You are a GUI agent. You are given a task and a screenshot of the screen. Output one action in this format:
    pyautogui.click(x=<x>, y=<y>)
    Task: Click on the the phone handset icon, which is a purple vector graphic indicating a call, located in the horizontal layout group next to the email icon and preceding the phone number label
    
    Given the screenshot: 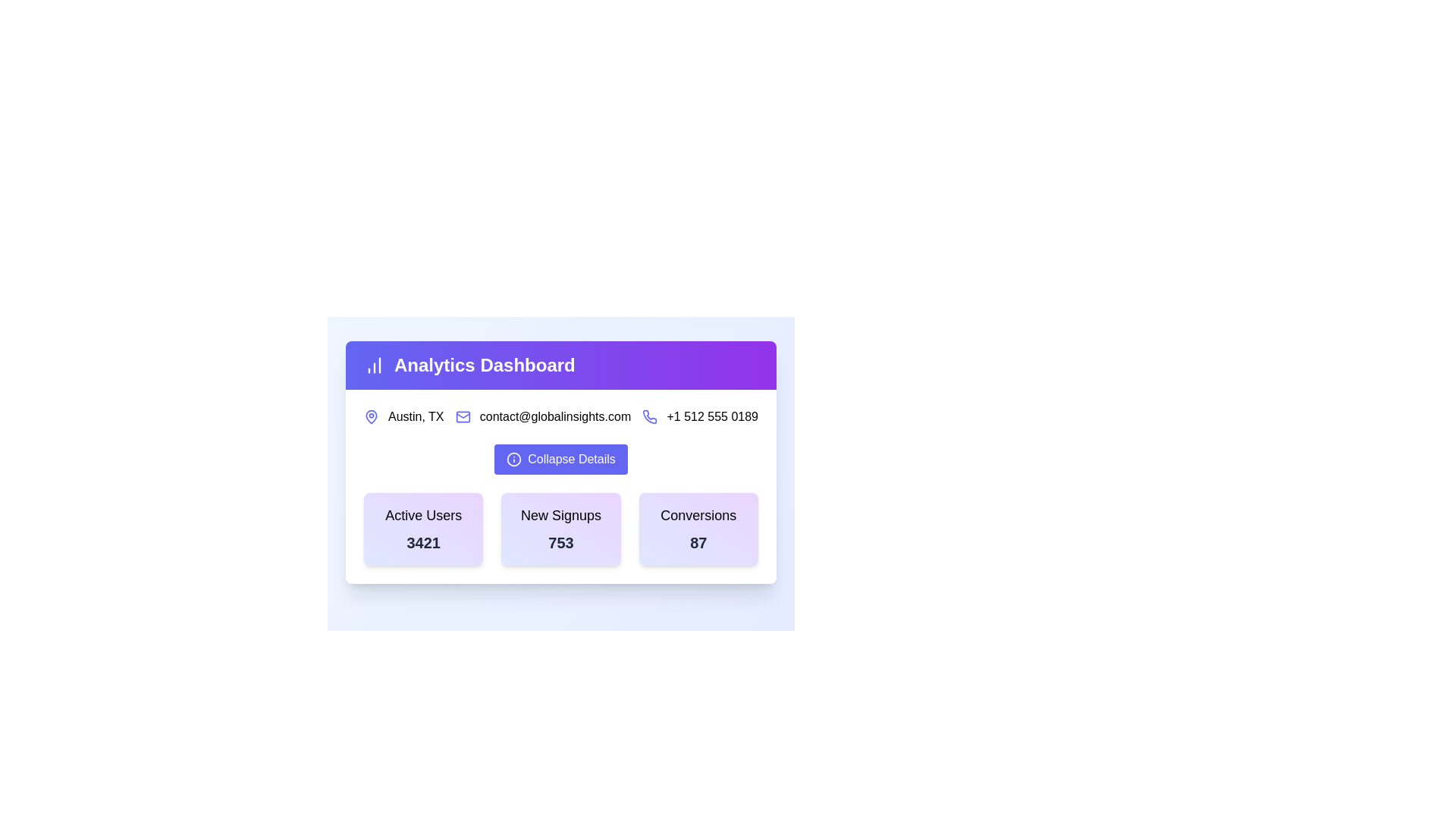 What is the action you would take?
    pyautogui.click(x=650, y=417)
    